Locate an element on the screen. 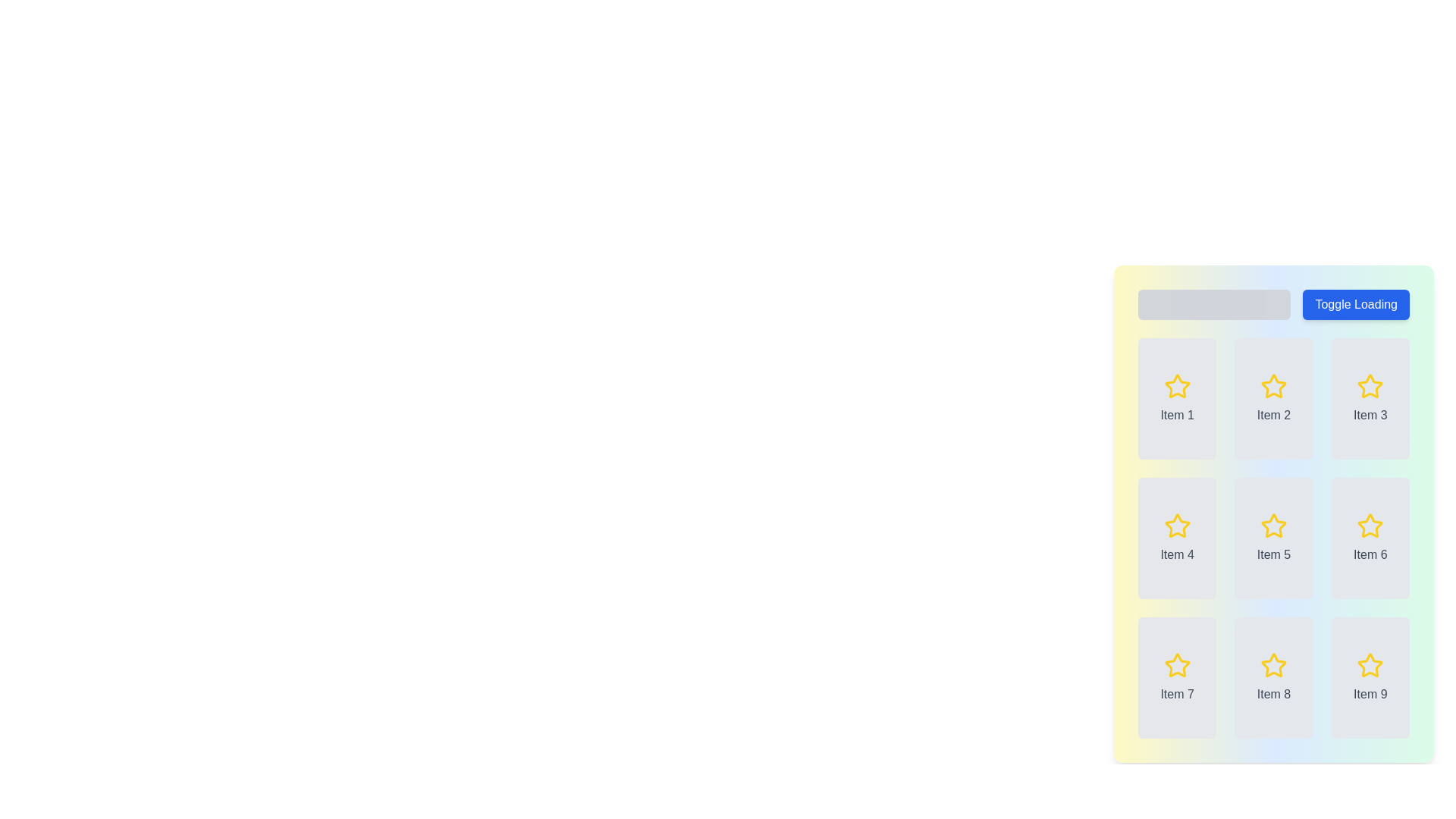  the sixth star in the 3x3 grid is located at coordinates (1370, 525).